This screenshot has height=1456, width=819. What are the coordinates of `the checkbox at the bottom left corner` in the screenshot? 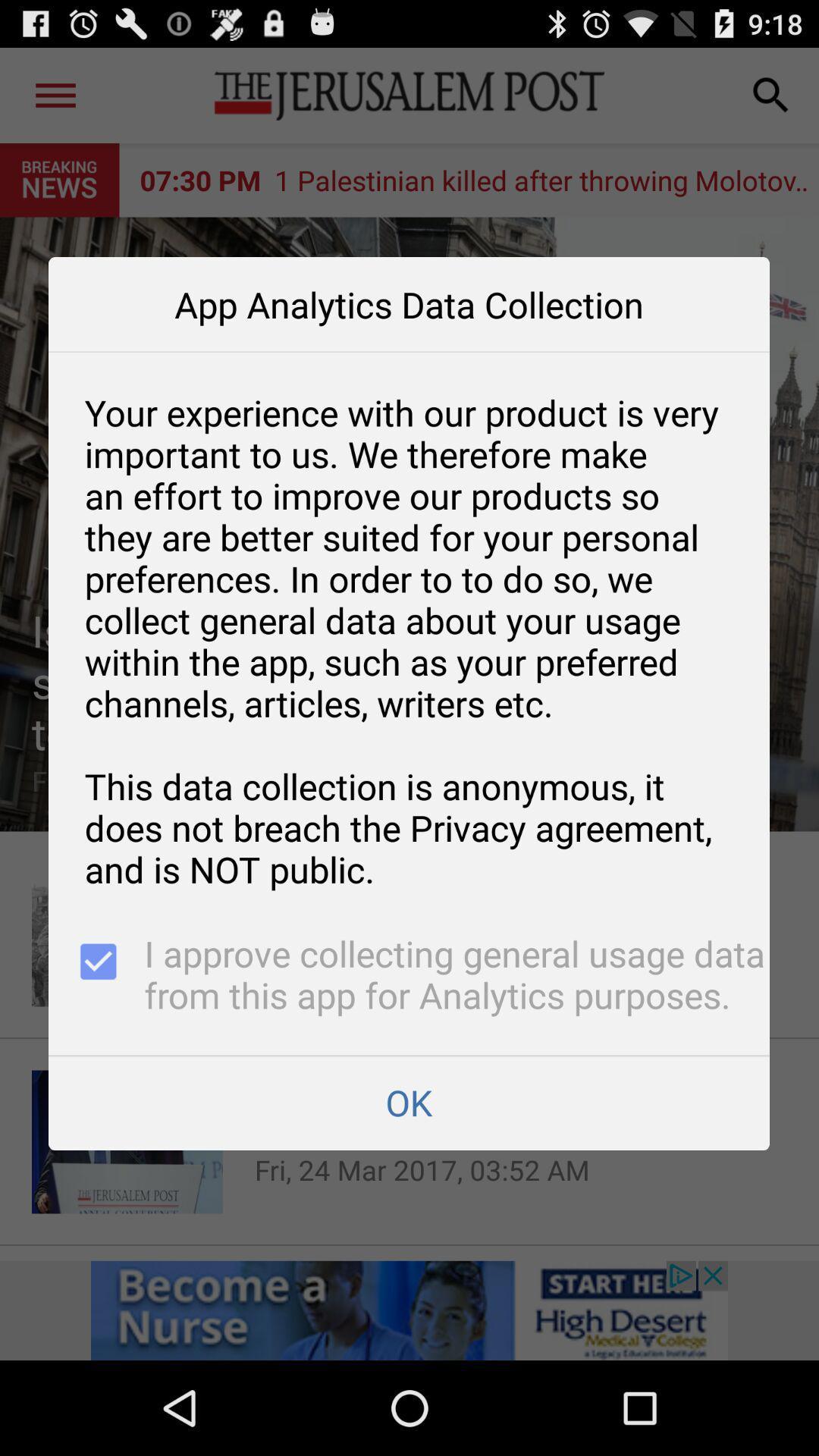 It's located at (96, 977).